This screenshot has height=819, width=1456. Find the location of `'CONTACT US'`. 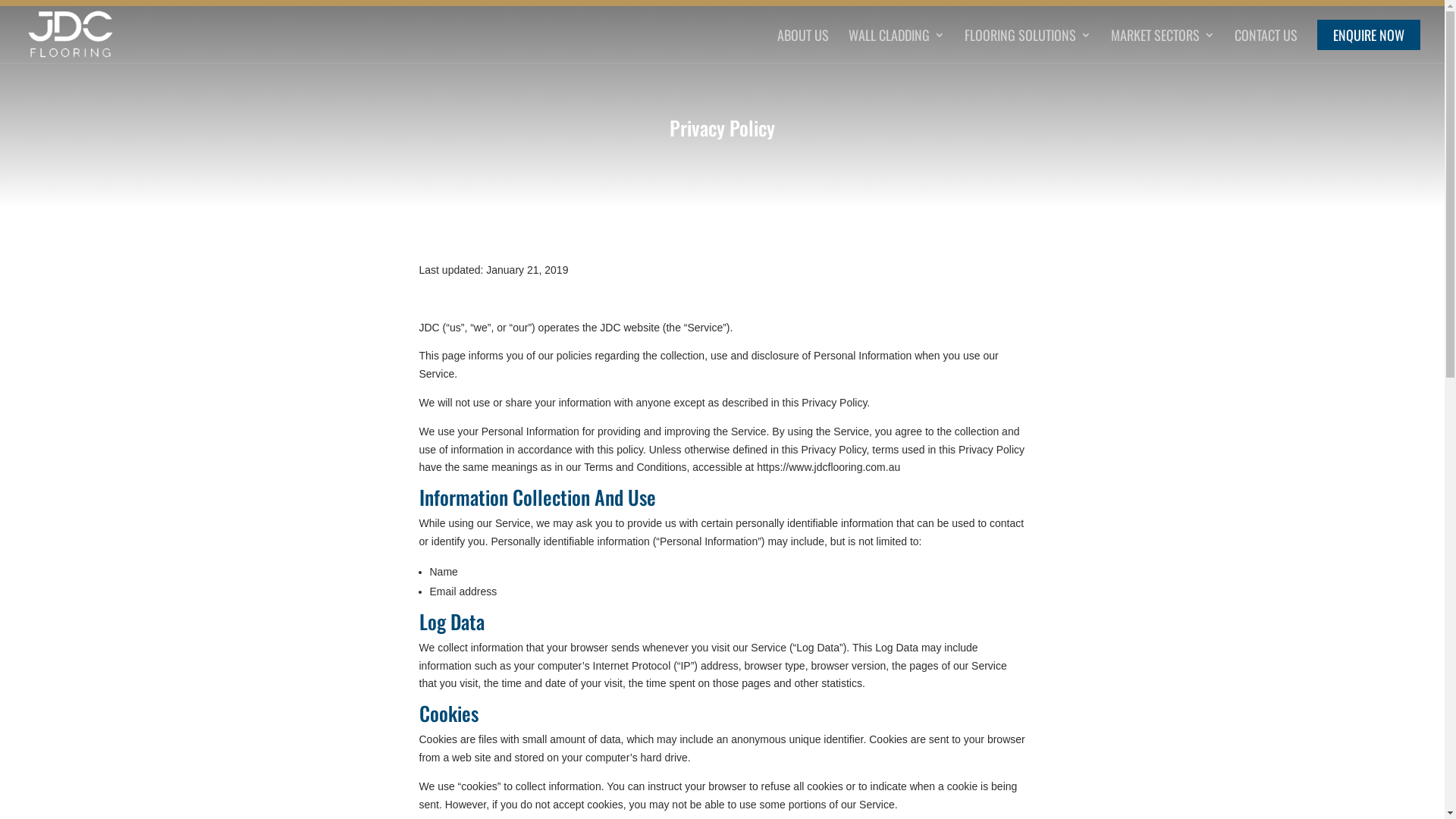

'CONTACT US' is located at coordinates (1266, 45).